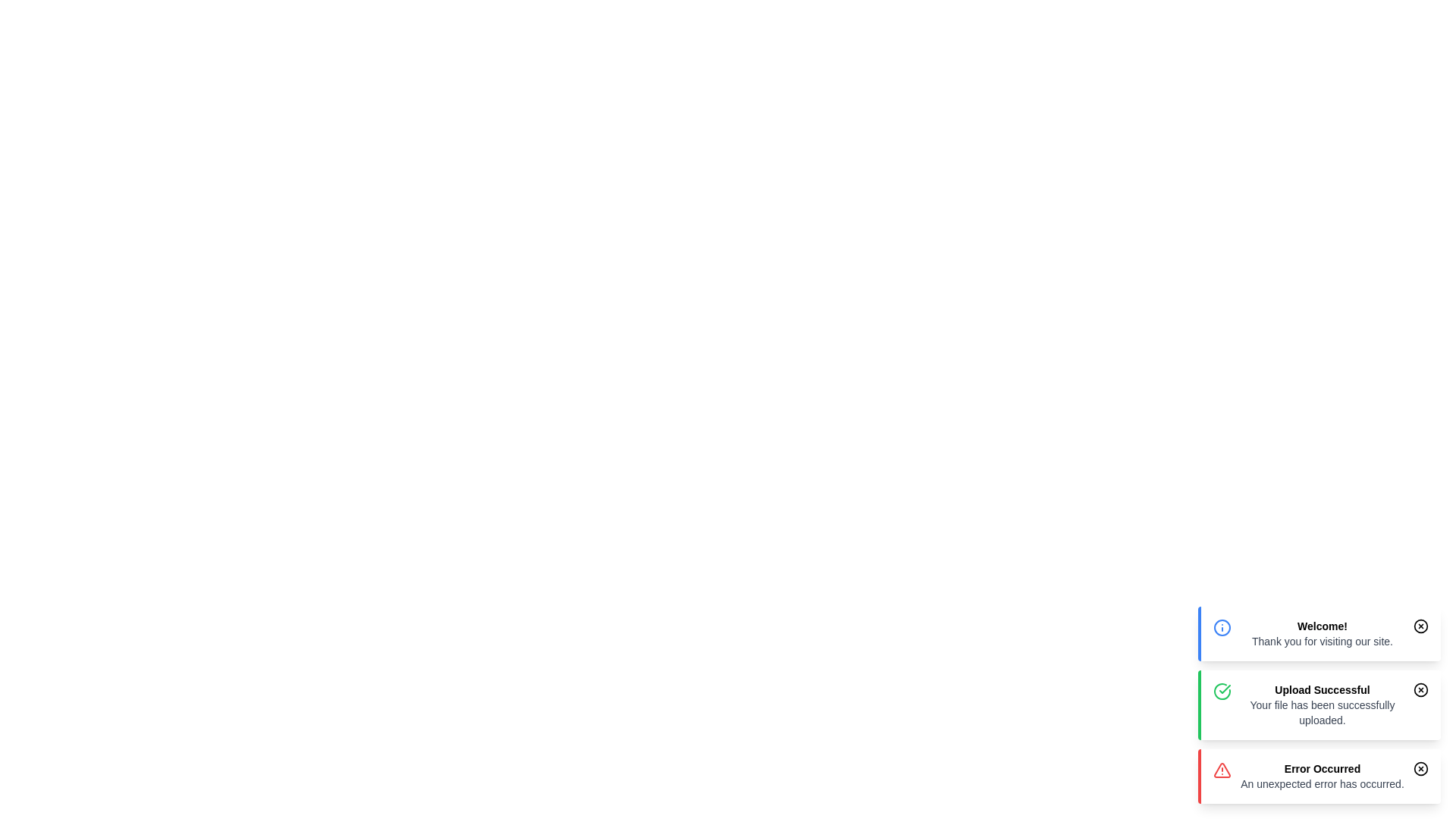  What do you see at coordinates (1420, 769) in the screenshot?
I see `the third interactive icon located at the top-right corner of the 'Error Occurred' notification message` at bounding box center [1420, 769].